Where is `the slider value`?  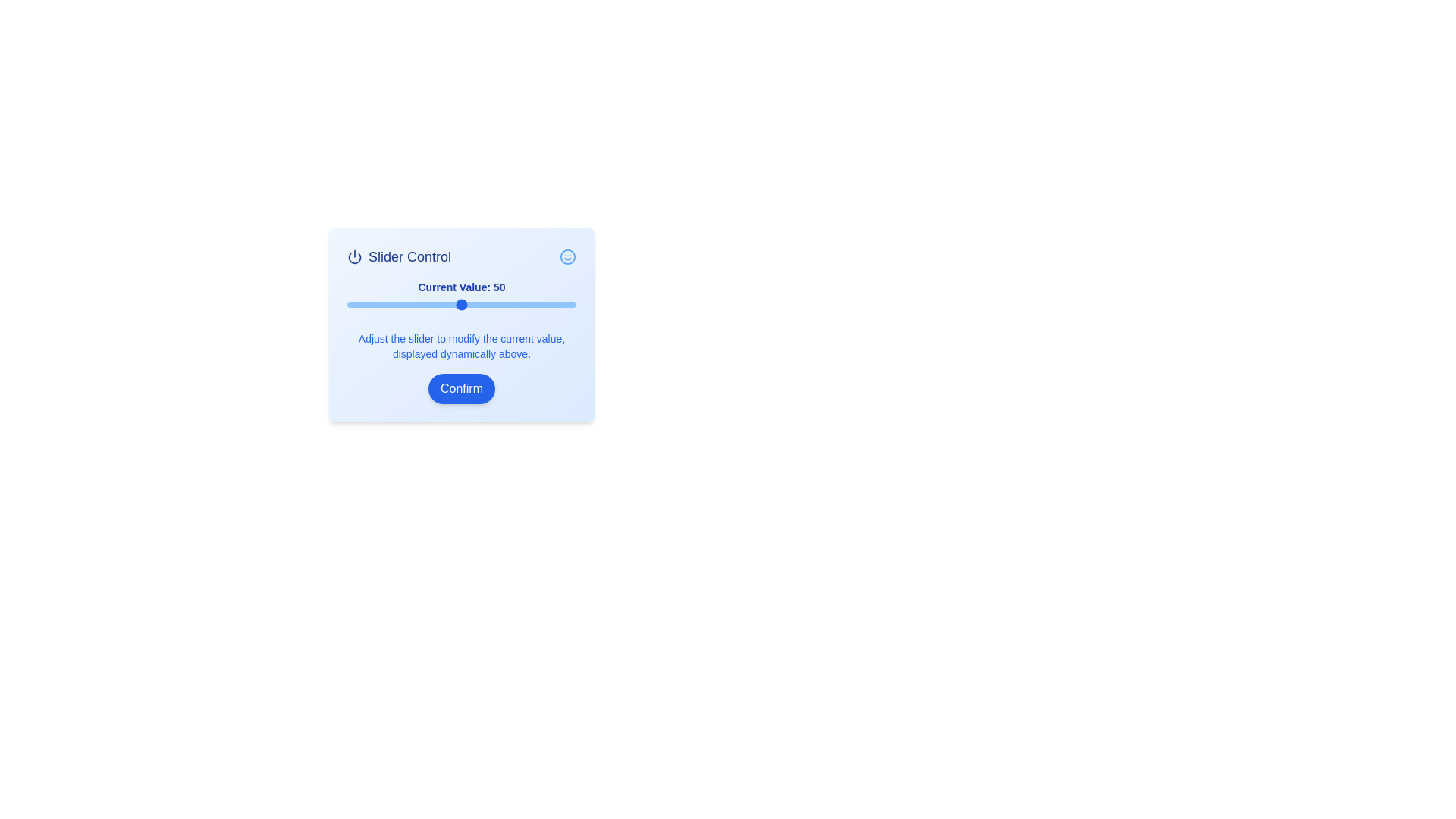
the slider value is located at coordinates (400, 304).